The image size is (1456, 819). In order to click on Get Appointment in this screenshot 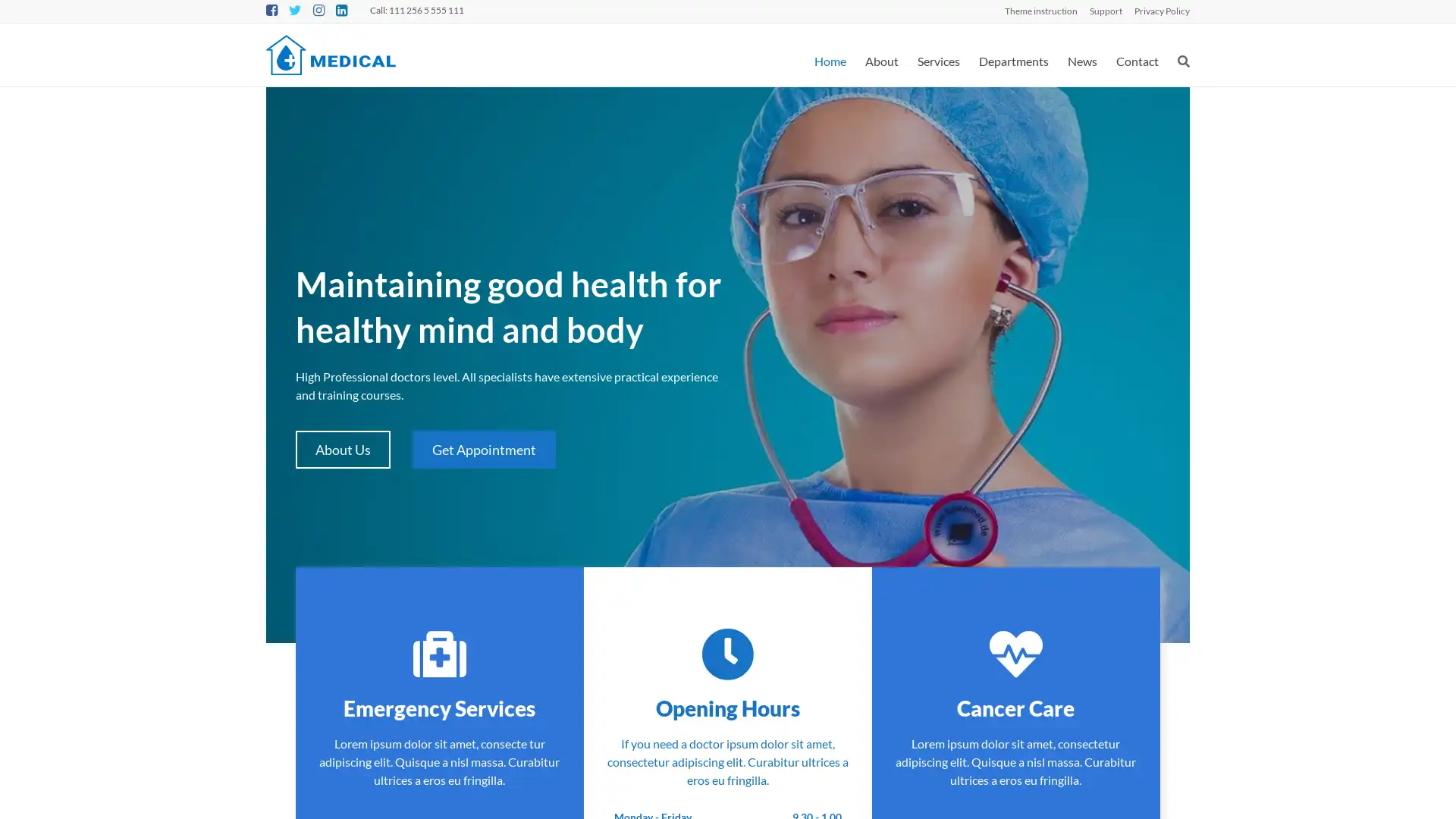, I will do `click(482, 449)`.